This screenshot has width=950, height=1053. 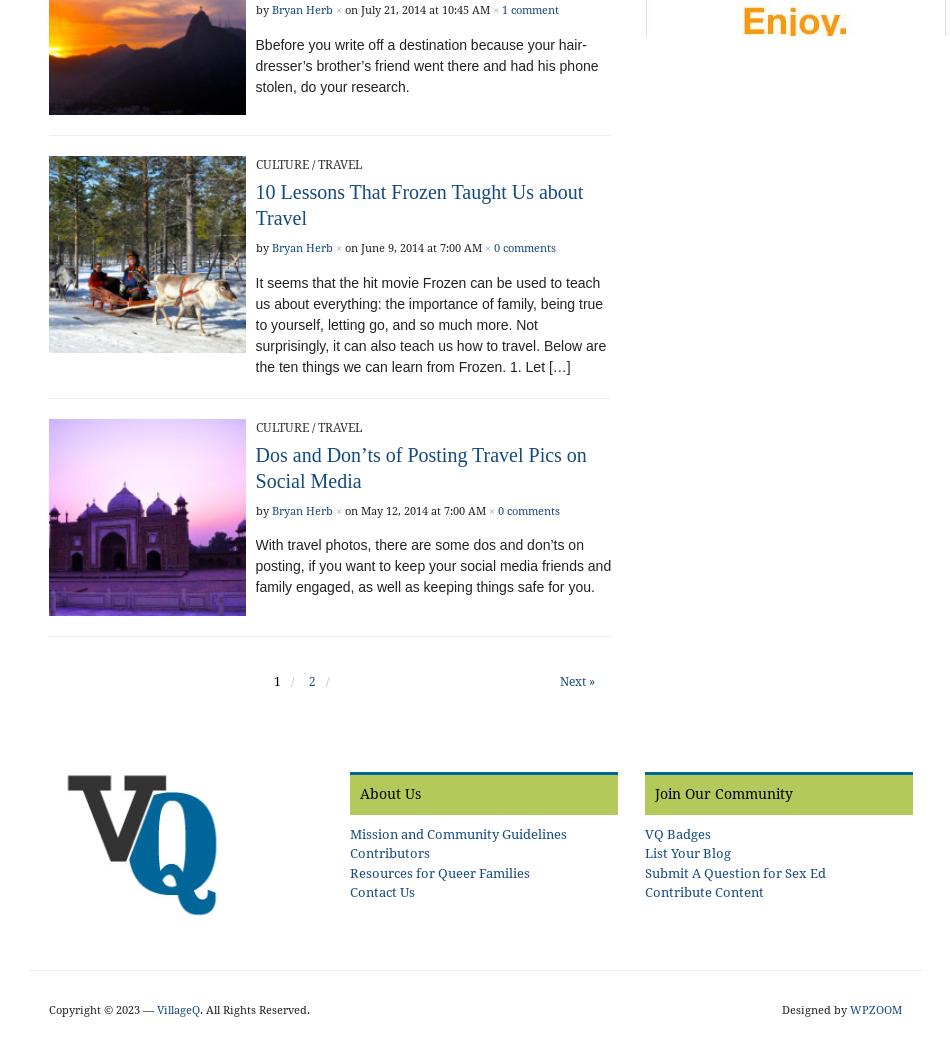 I want to click on 'on May 12, 2014 at 7:00 AM', so click(x=413, y=510).